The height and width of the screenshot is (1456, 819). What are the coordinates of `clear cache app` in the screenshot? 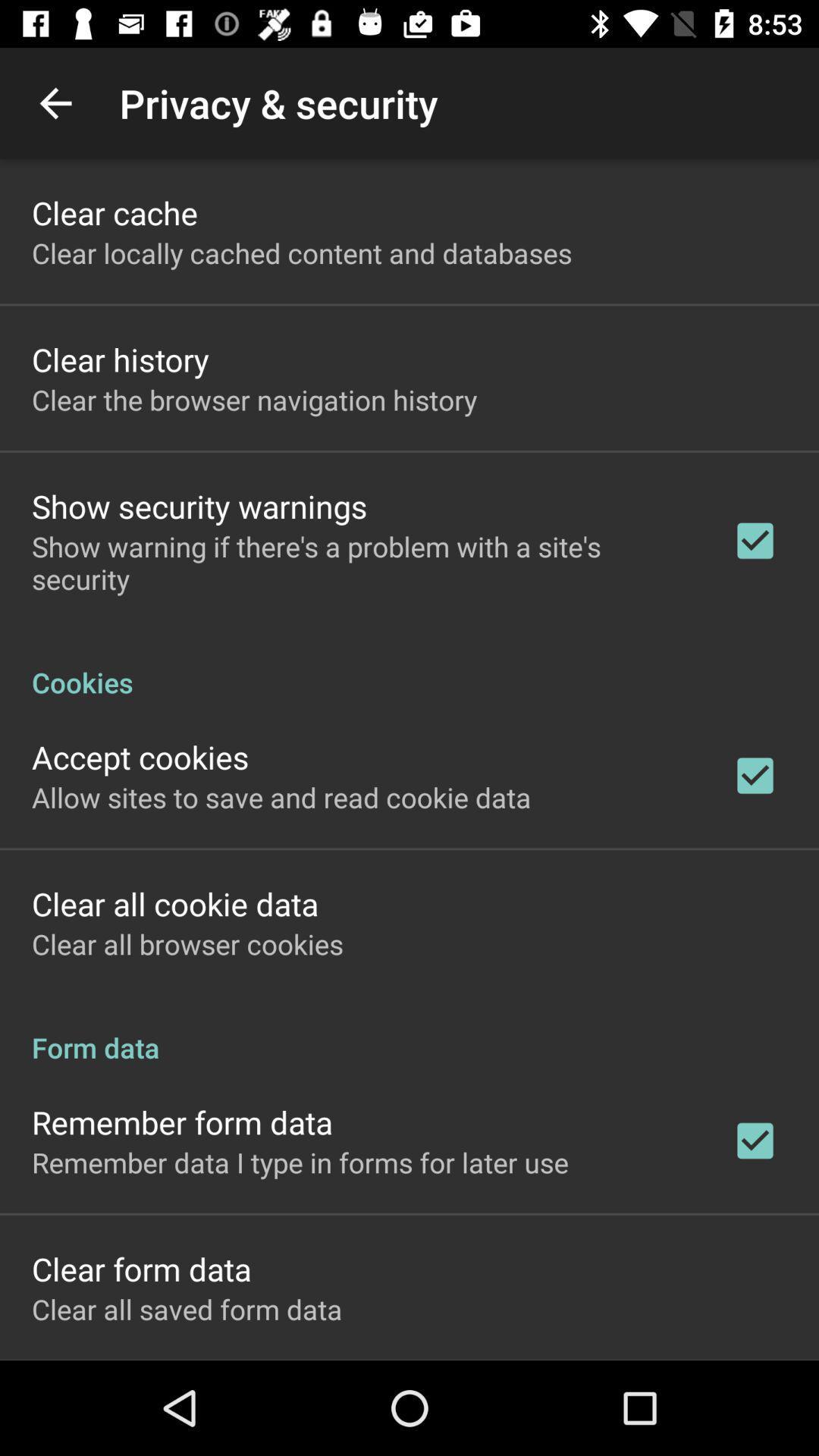 It's located at (114, 212).